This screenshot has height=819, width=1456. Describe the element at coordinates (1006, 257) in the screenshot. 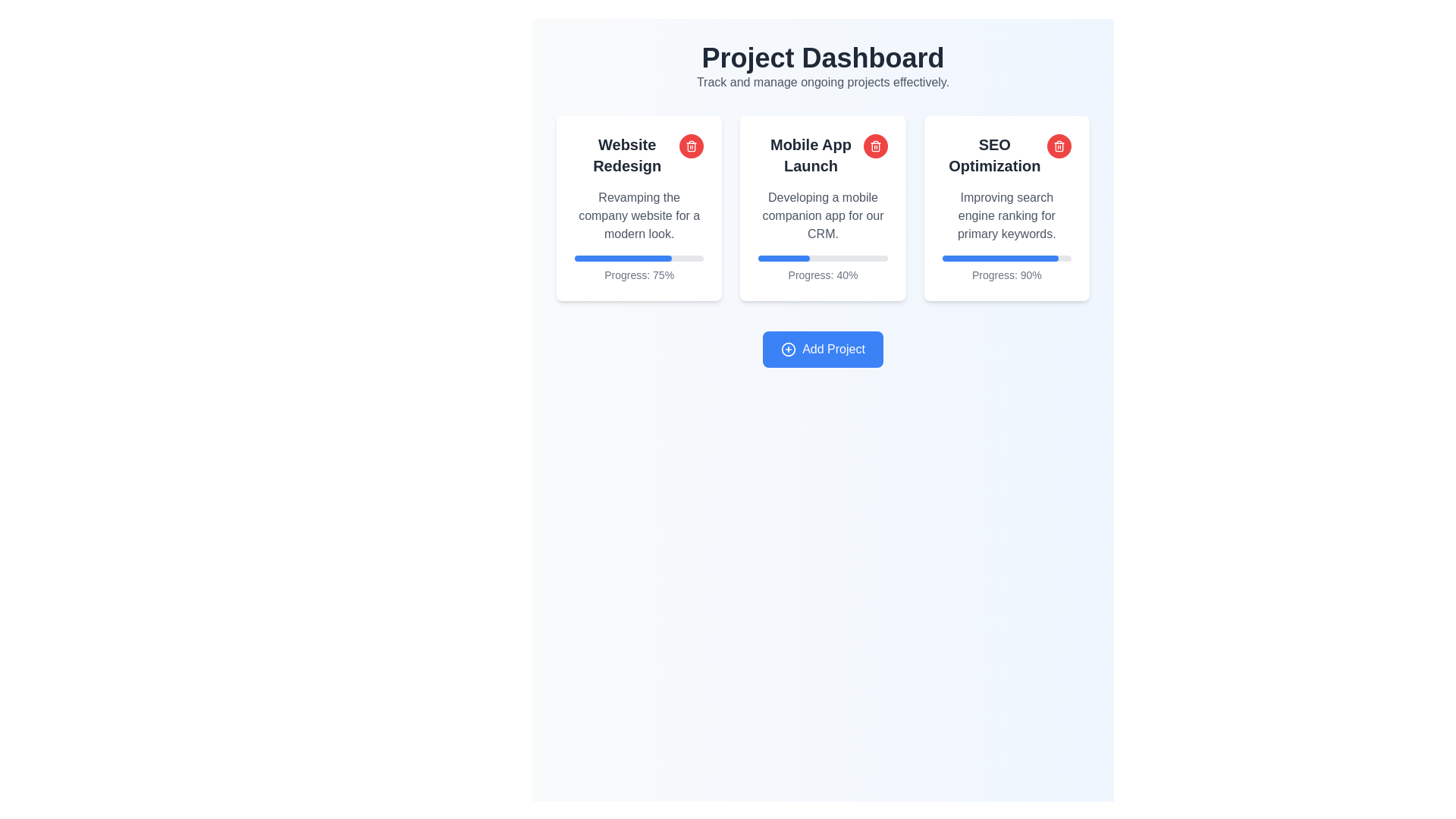

I see `the completion level of the progress bar indicating 90% completion within the 'SEO Optimization' card on the main dashboard` at that location.